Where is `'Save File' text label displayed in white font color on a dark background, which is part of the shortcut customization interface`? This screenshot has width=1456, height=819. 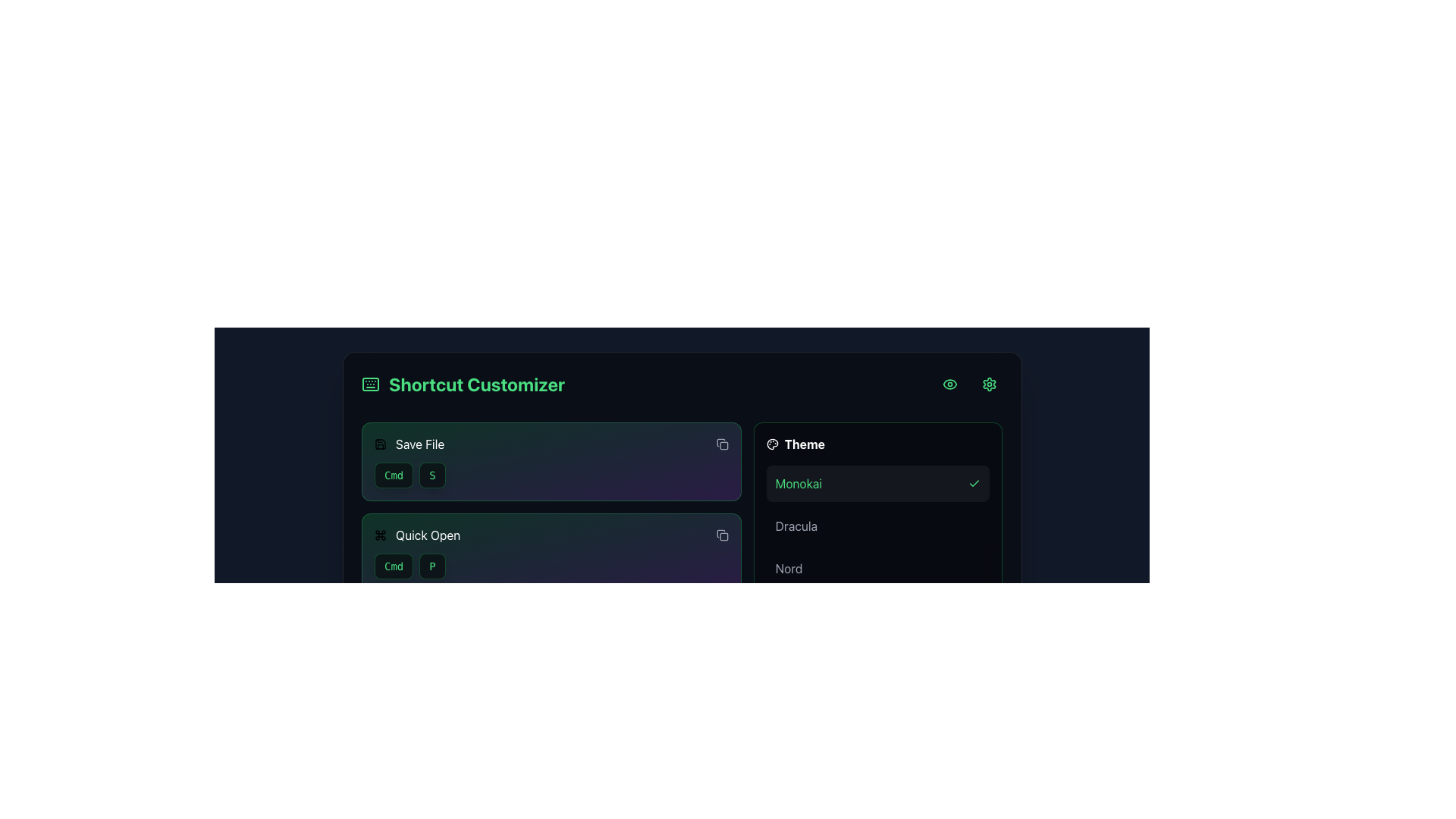
'Save File' text label displayed in white font color on a dark background, which is part of the shortcut customization interface is located at coordinates (419, 444).